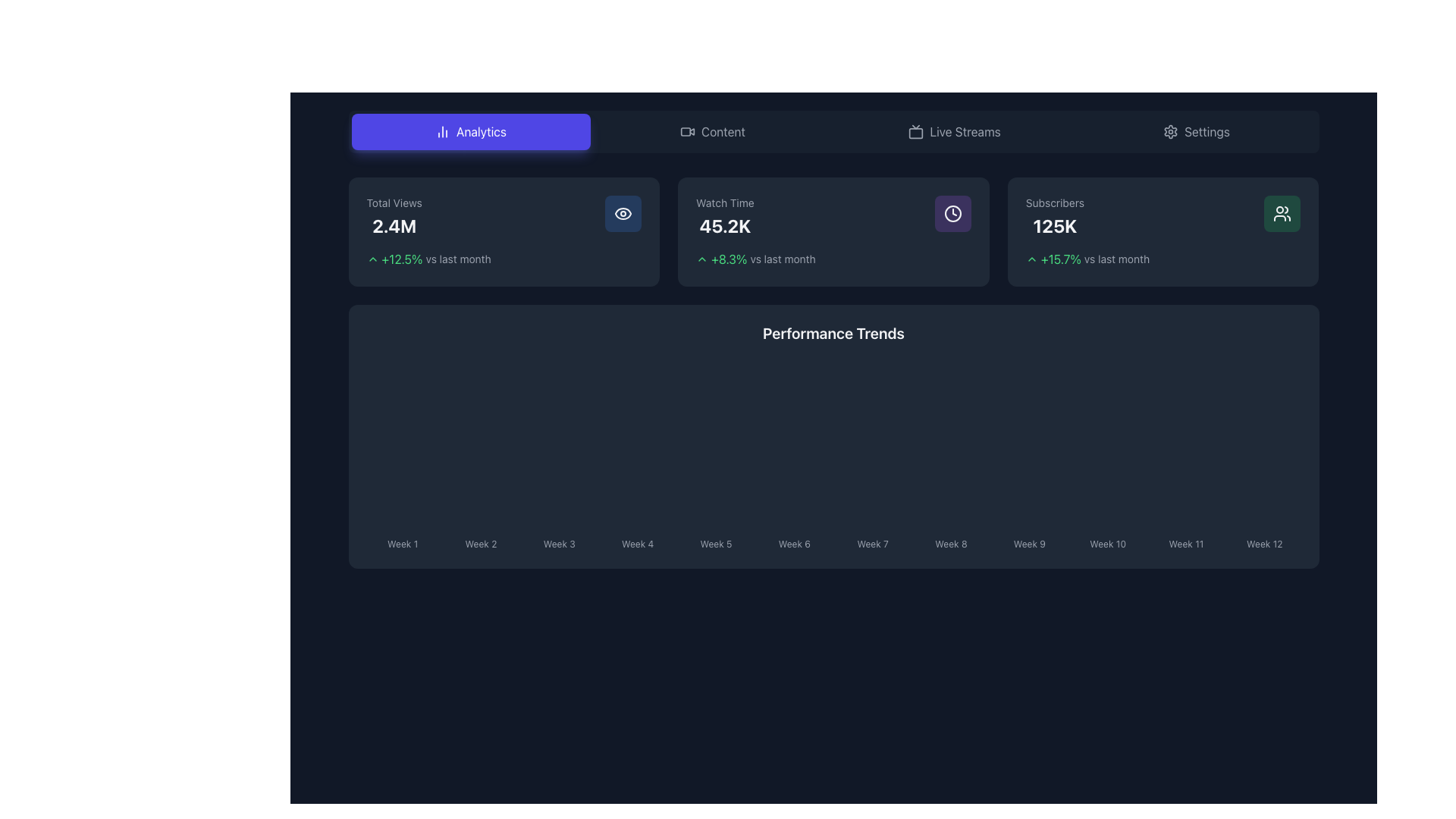  What do you see at coordinates (1185, 540) in the screenshot?
I see `the 'Week 11' text label in the performance trends chart to observe its hover effect` at bounding box center [1185, 540].